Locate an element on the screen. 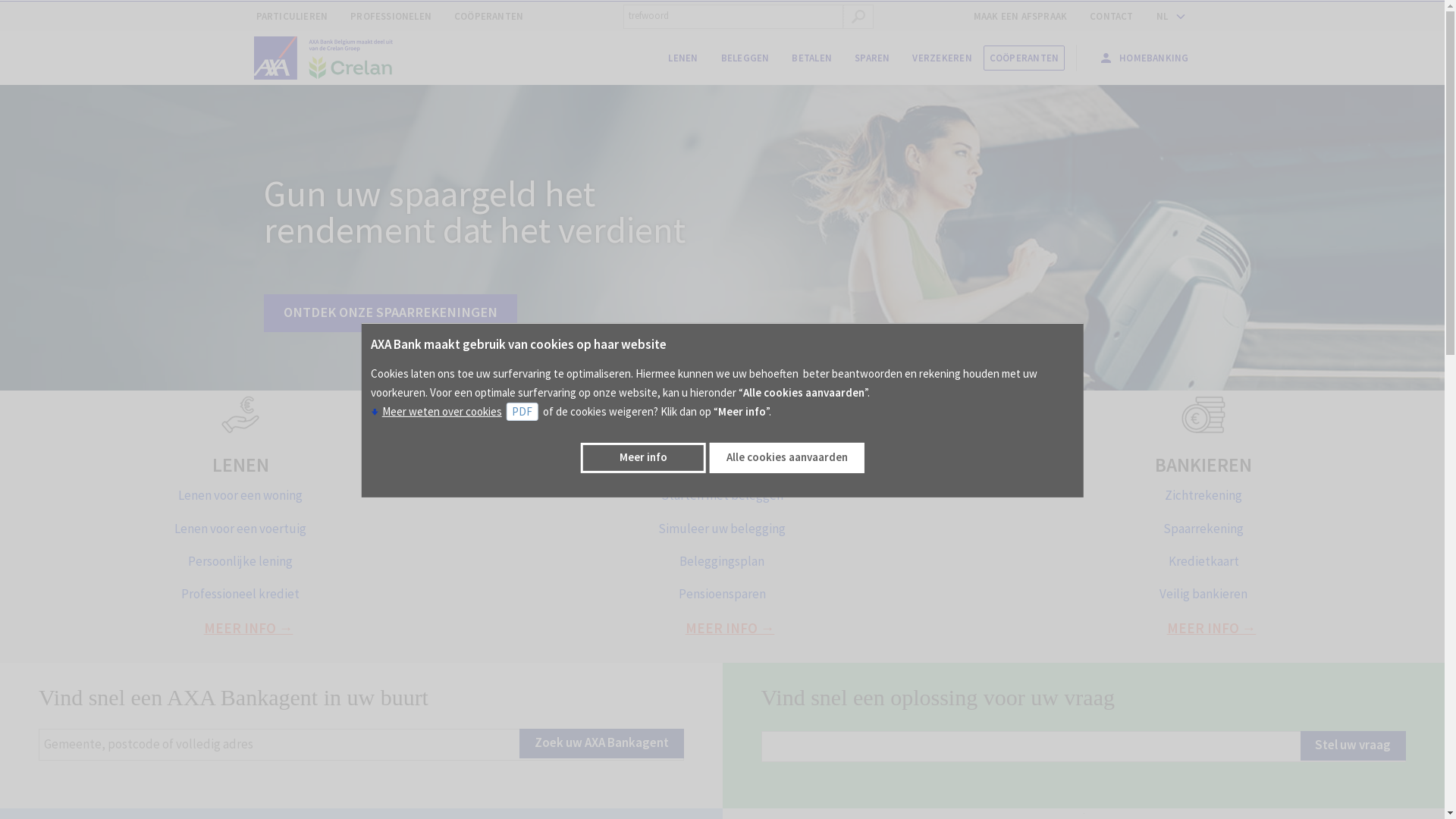 The image size is (1456, 819). 'LENEN' is located at coordinates (211, 464).